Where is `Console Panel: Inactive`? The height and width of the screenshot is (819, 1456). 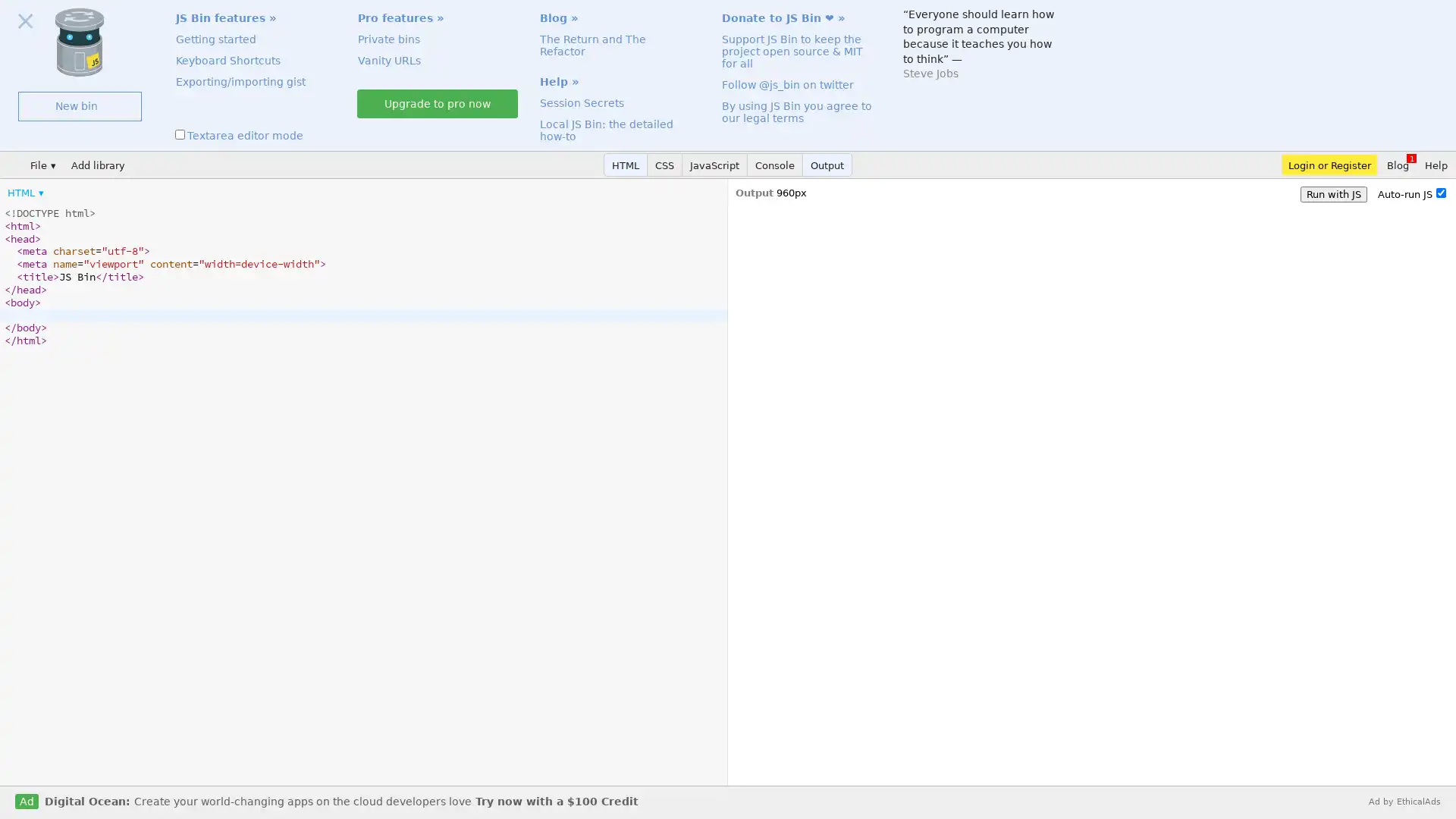
Console Panel: Inactive is located at coordinates (775, 165).